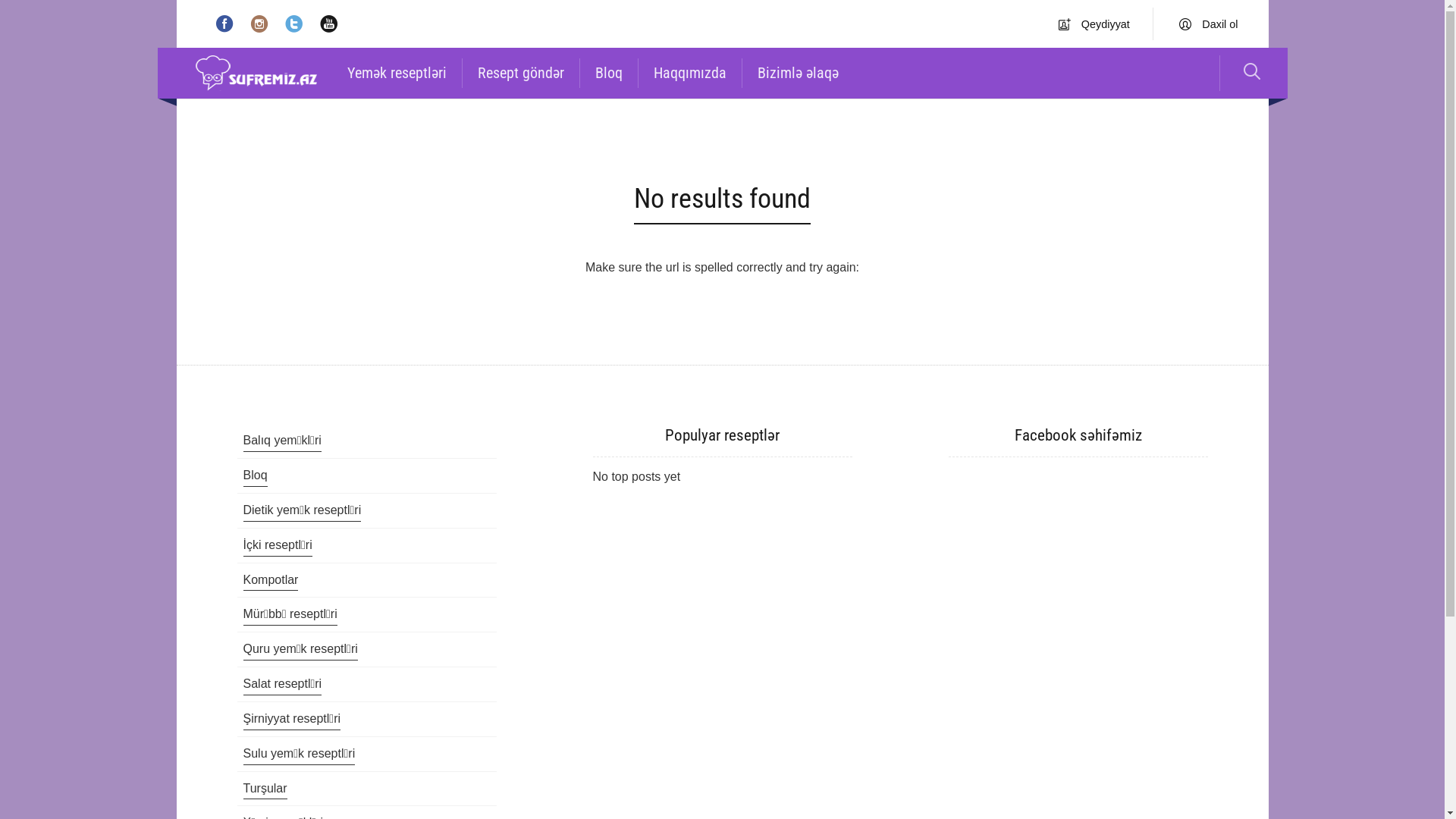  What do you see at coordinates (255, 475) in the screenshot?
I see `'Bloq'` at bounding box center [255, 475].